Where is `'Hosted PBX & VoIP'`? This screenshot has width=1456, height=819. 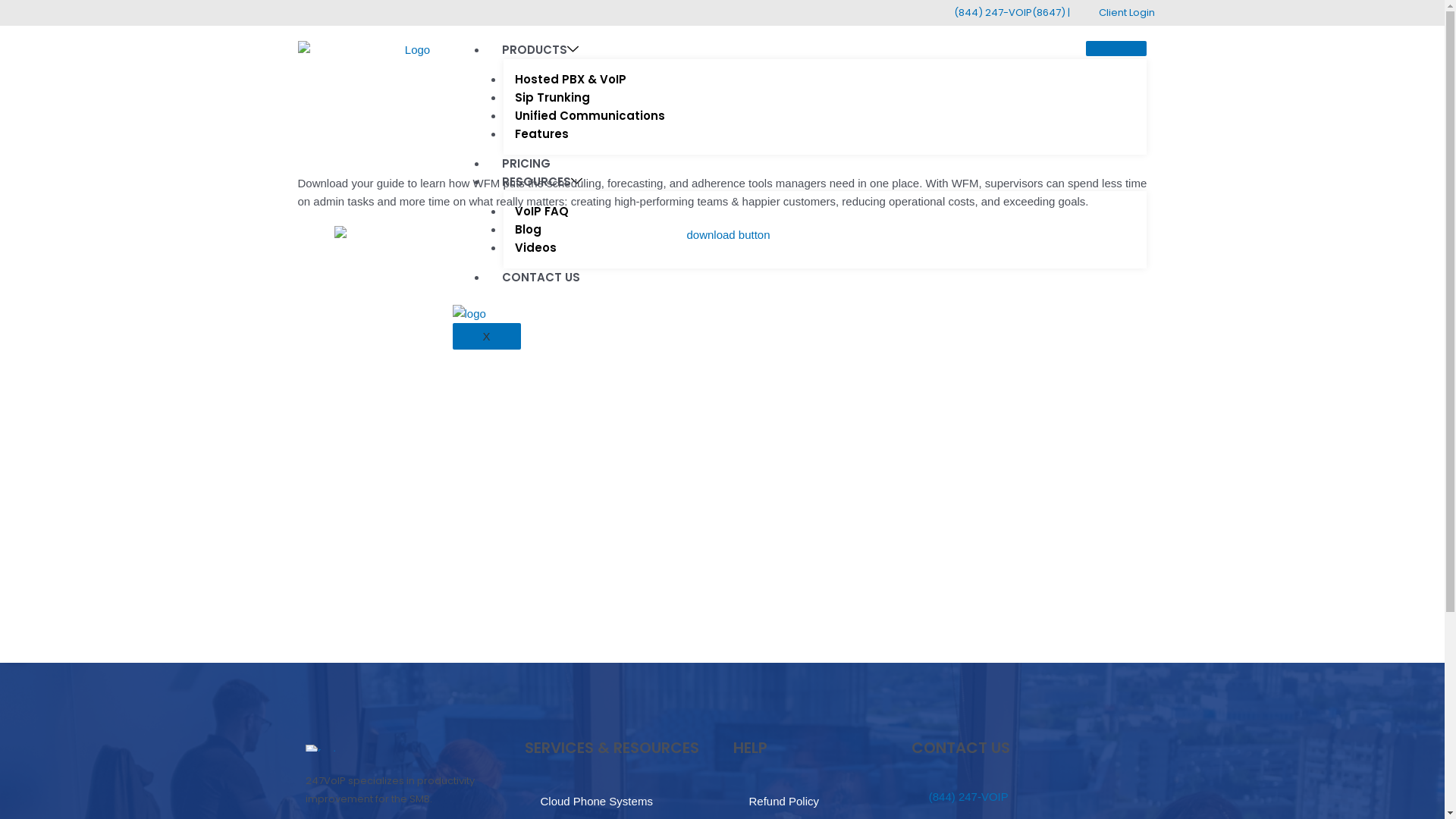 'Hosted PBX & VoIP' is located at coordinates (570, 79).